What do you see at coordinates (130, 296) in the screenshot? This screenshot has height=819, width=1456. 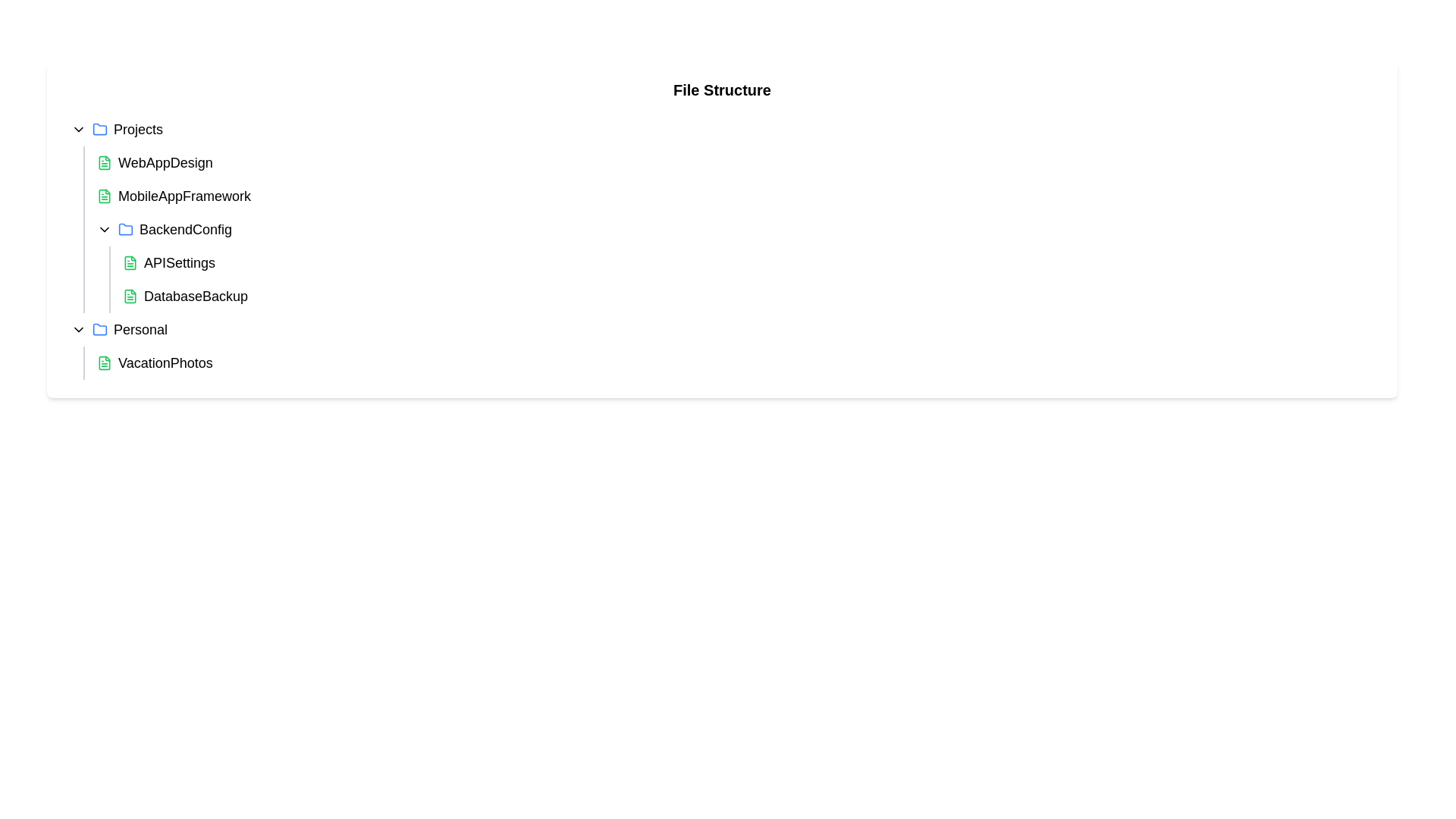 I see `the document icon representing 'DatabaseBackup'` at bounding box center [130, 296].